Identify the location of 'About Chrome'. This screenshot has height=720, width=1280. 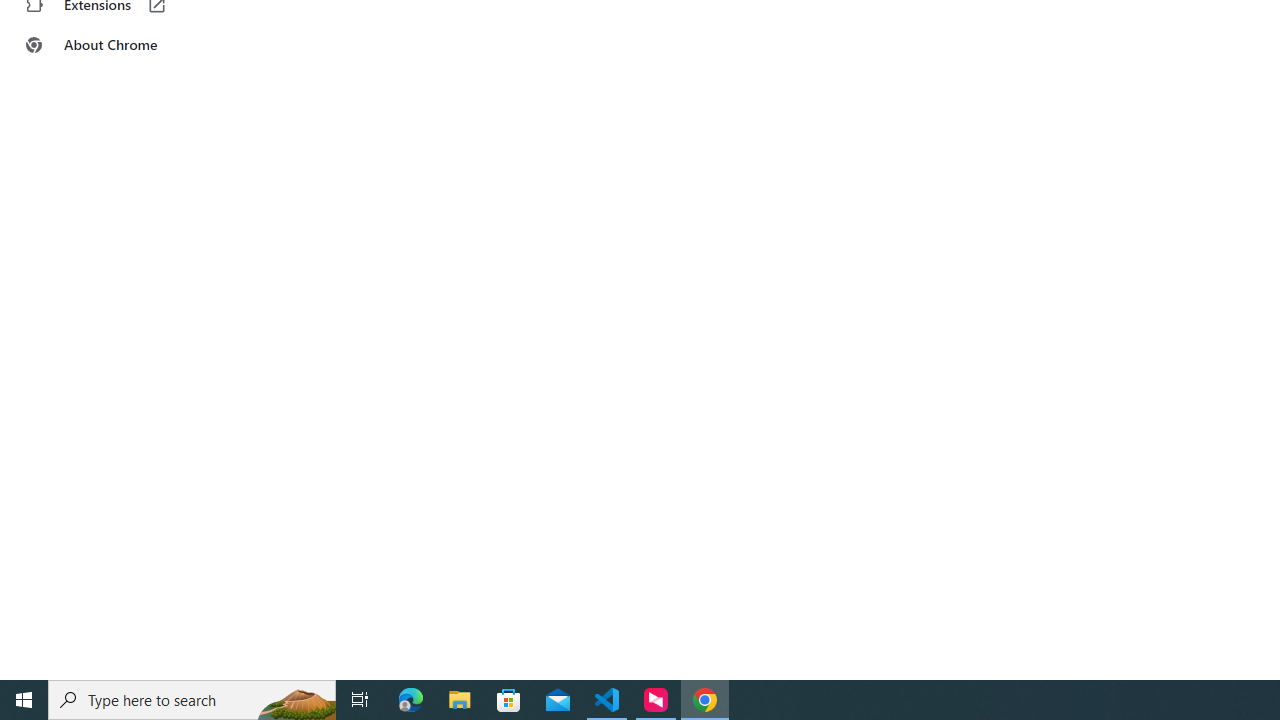
(123, 45).